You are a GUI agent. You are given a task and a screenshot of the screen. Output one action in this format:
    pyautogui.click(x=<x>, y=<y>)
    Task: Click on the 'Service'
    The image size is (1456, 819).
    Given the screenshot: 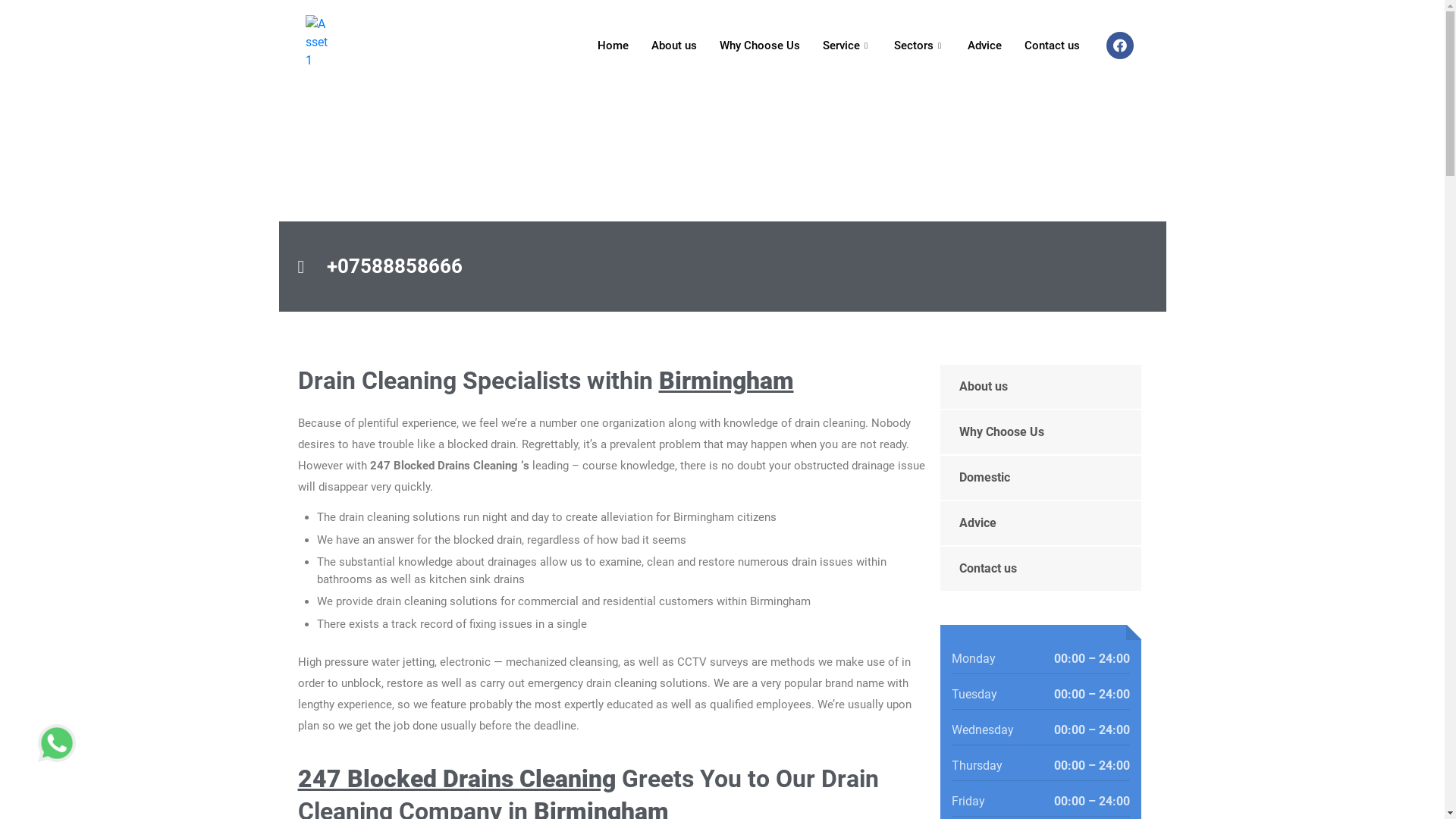 What is the action you would take?
    pyautogui.click(x=846, y=45)
    